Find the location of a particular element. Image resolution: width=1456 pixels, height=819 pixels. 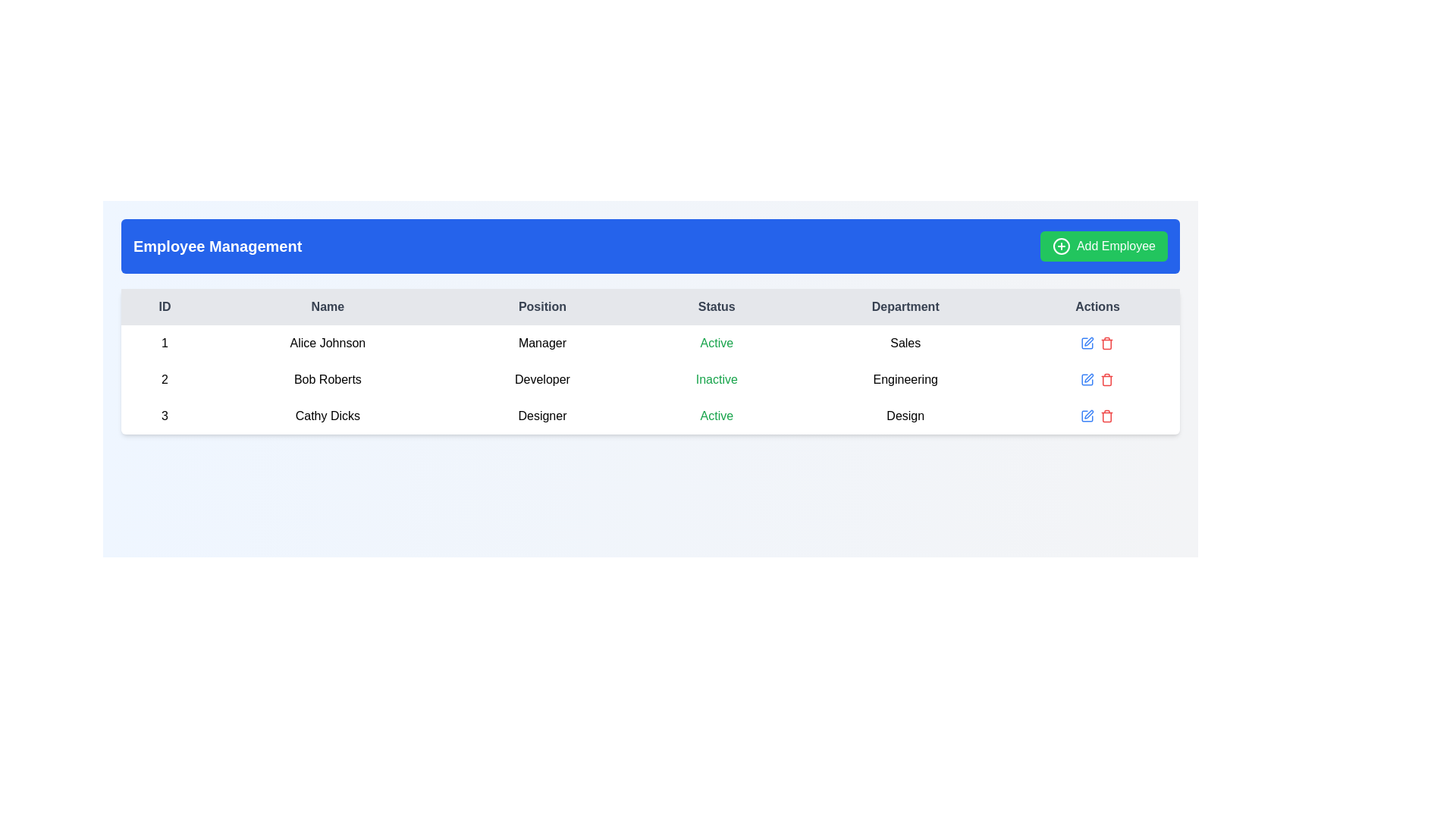

the text label indicating the department for the entry with ID '3' and Name 'Cathy Dicks' in the 'Department' column of the table is located at coordinates (905, 416).